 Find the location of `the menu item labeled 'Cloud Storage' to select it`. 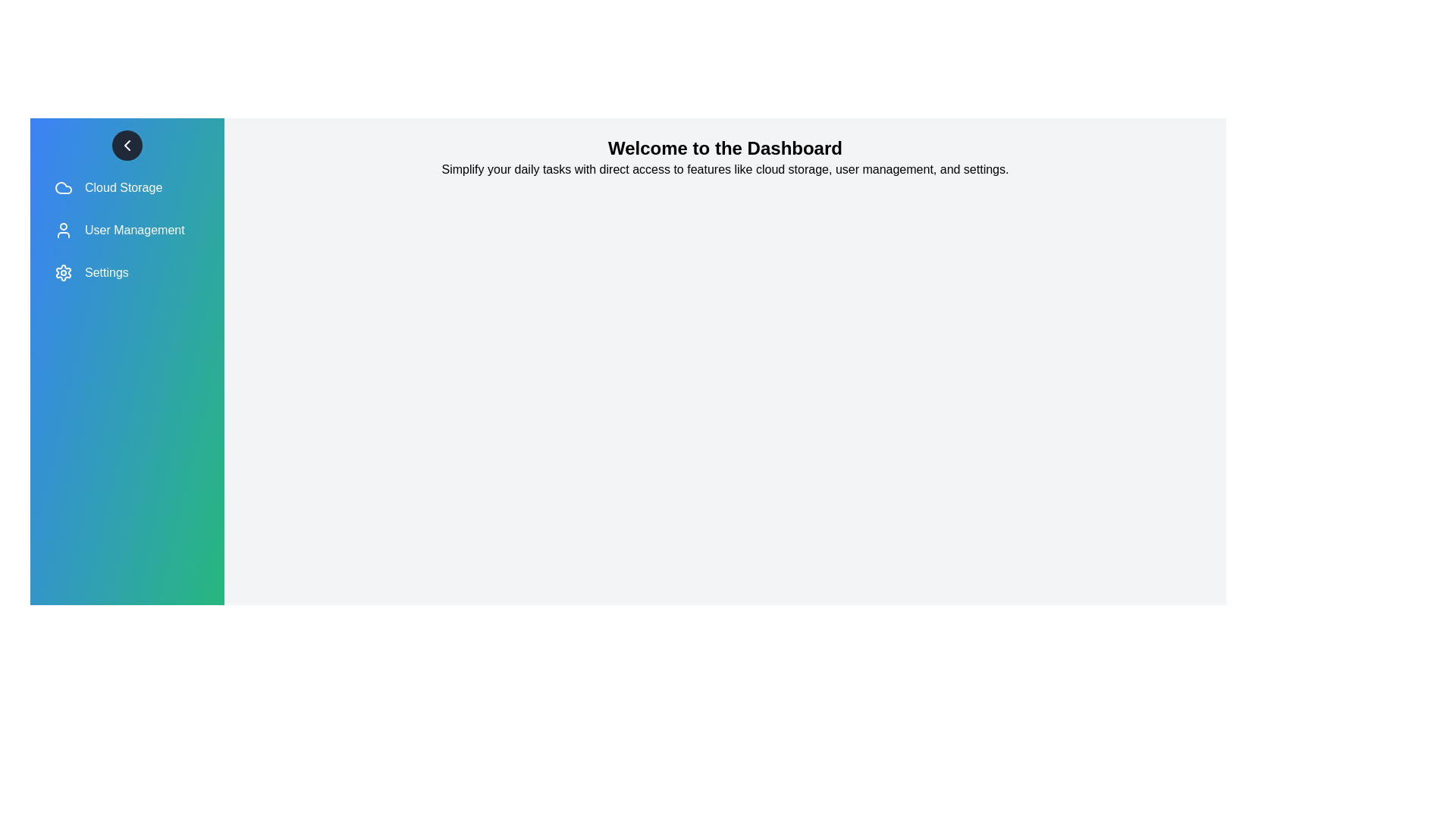

the menu item labeled 'Cloud Storage' to select it is located at coordinates (127, 187).